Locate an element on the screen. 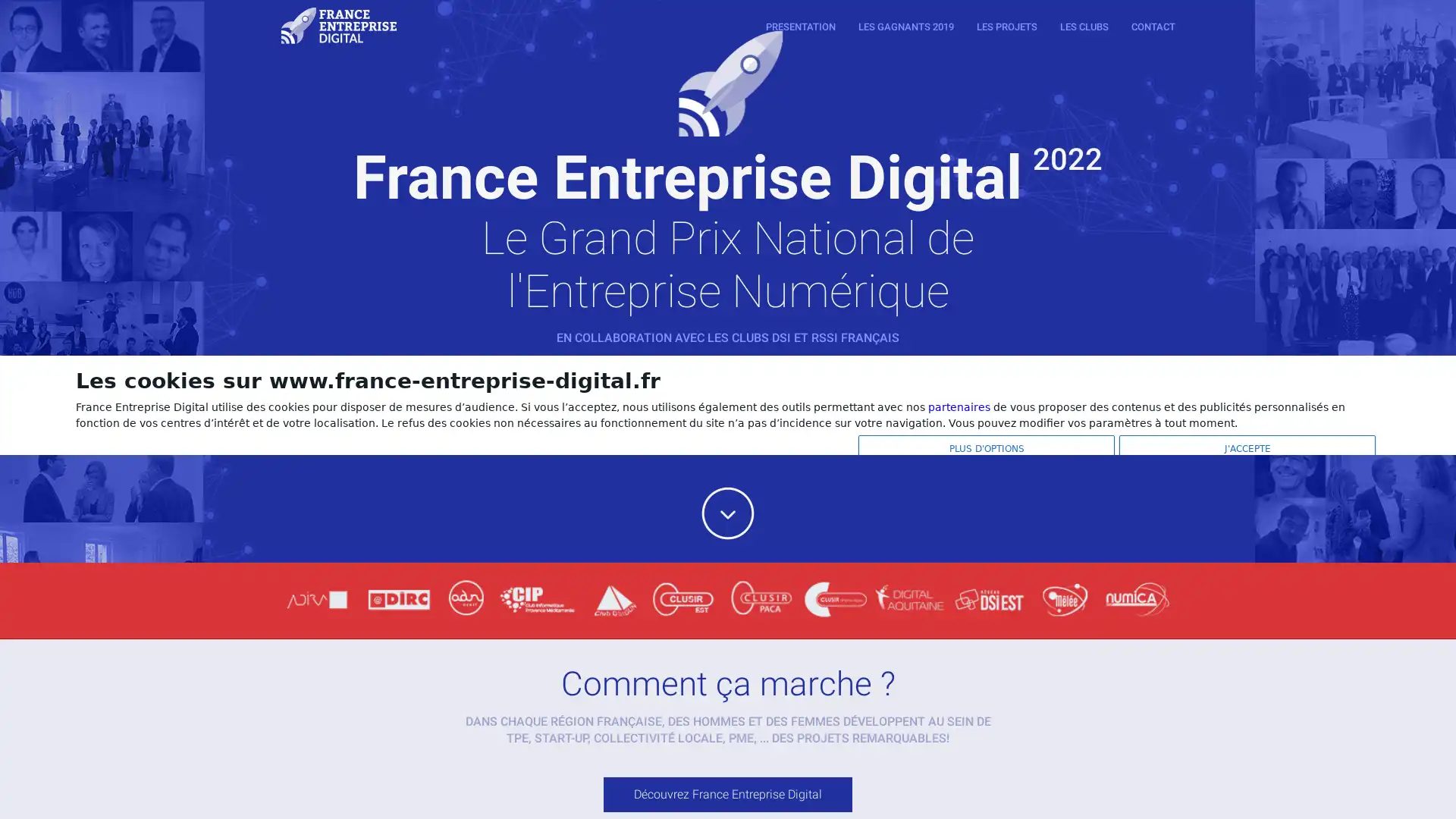 This screenshot has width=1456, height=819. PLUS D'OPTIONS is located at coordinates (983, 450).